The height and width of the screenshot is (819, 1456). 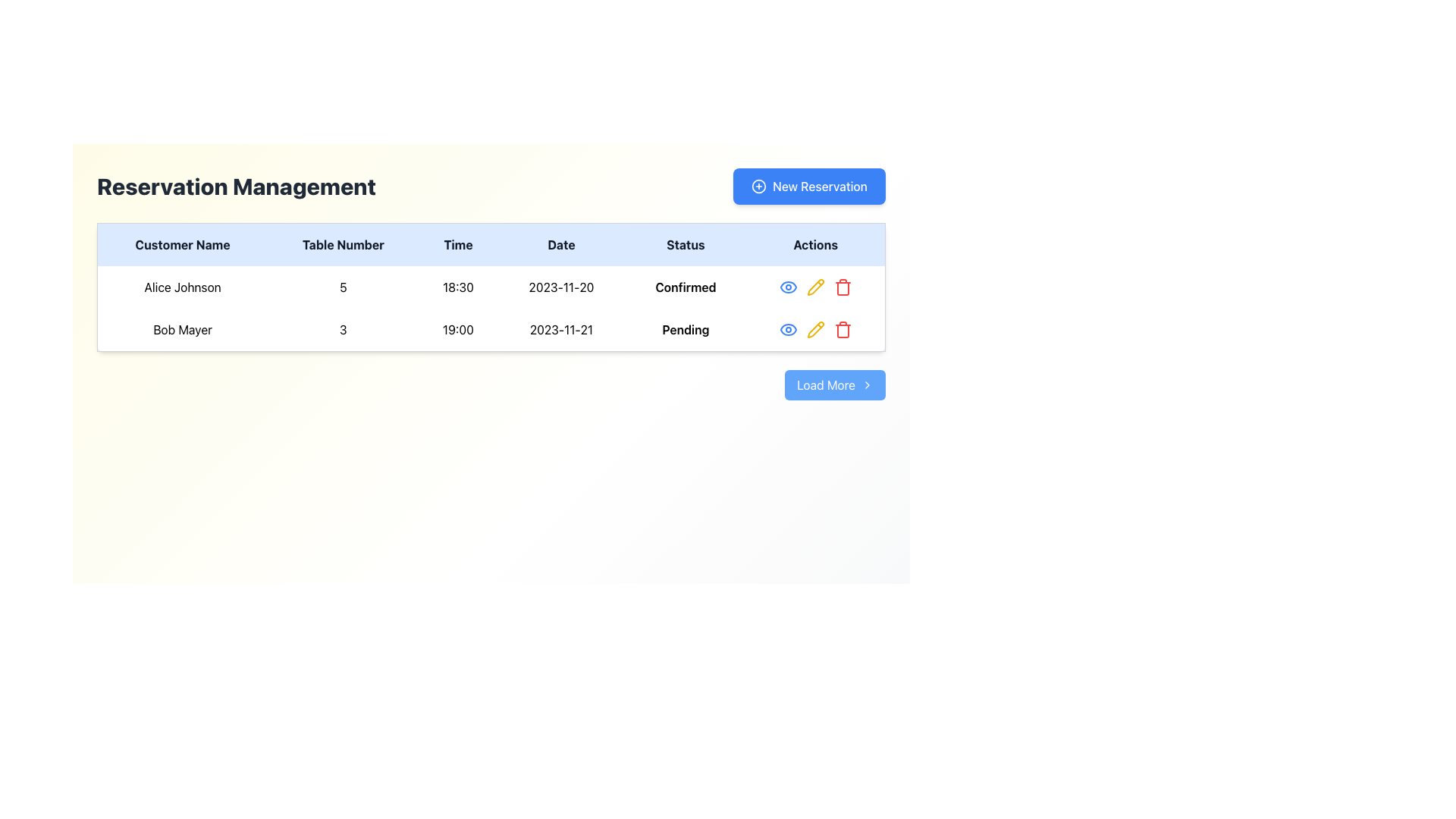 What do you see at coordinates (560, 329) in the screenshot?
I see `the text element displaying '2023-11-21' located in the fourth column of the second row of the table, positioned between the time column ('19:00') and the status column ('Pending')` at bounding box center [560, 329].